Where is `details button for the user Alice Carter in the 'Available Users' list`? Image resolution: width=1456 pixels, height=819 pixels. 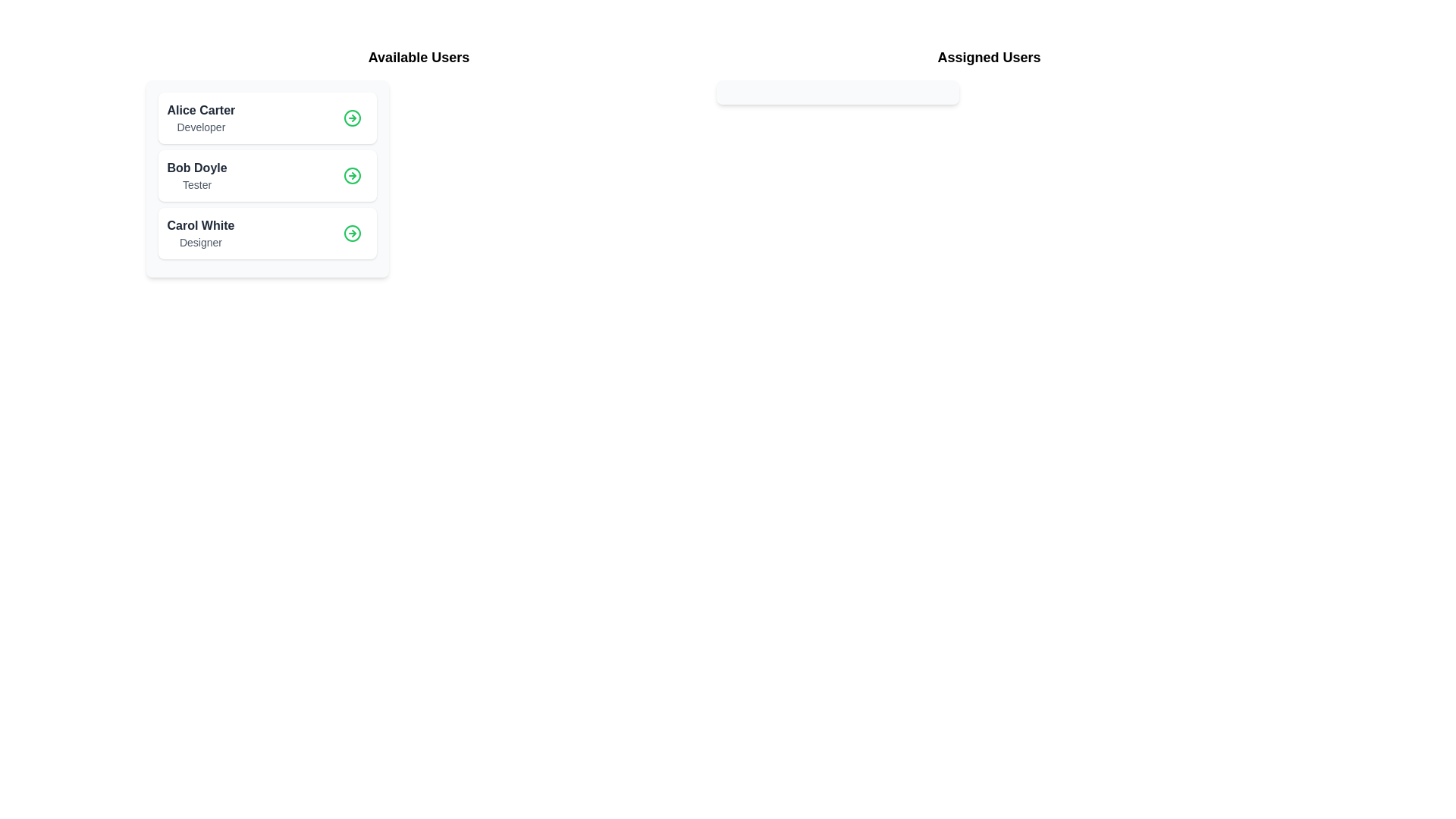 details button for the user Alice Carter in the 'Available Users' list is located at coordinates (351, 117).